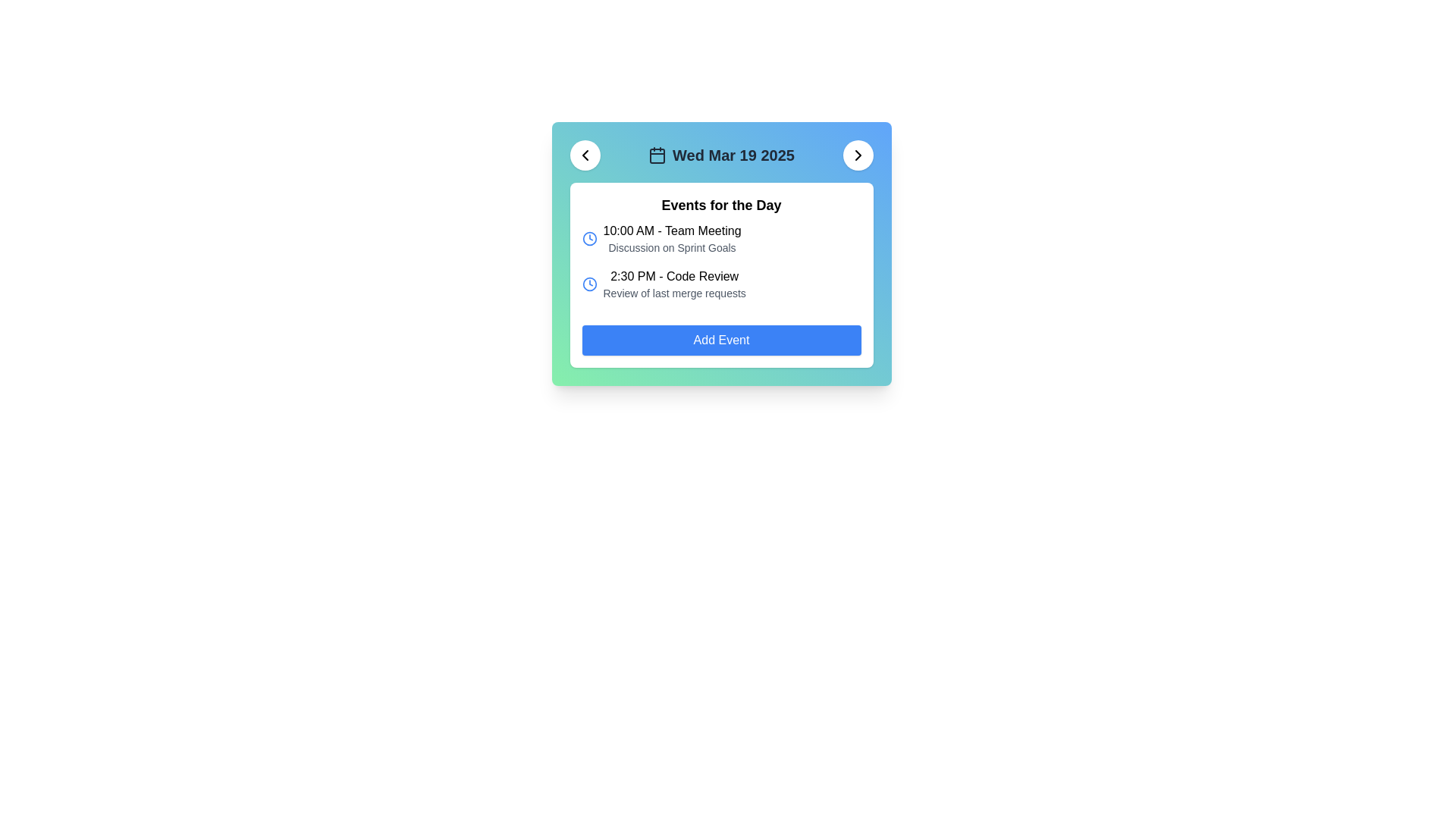  Describe the element at coordinates (858, 155) in the screenshot. I see `the rightward arrow icon with a chevron design located in the top-right section of the calendar interface` at that location.